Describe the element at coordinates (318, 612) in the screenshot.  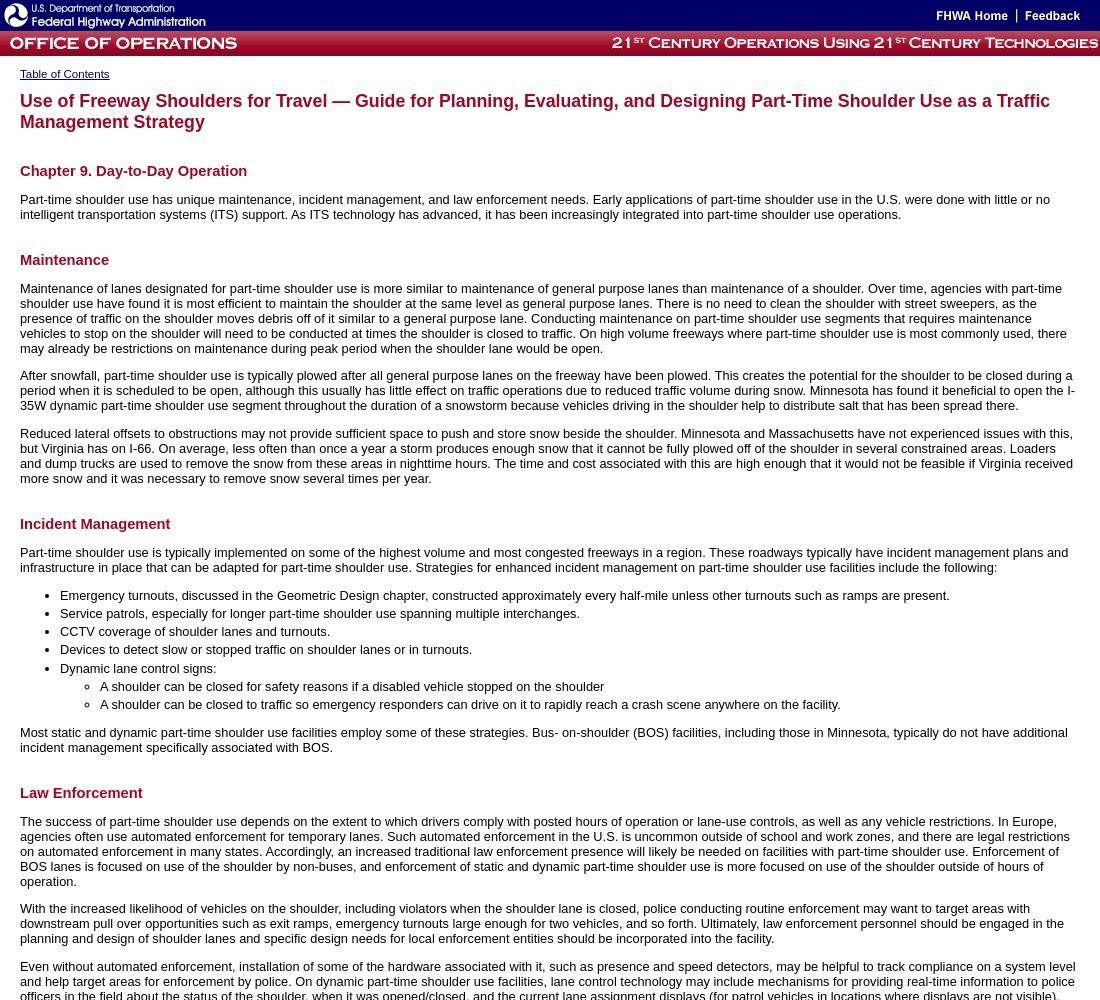
I see `'Service patrols, especially for longer part-time shoulder use spanning multiple interchanges.'` at that location.